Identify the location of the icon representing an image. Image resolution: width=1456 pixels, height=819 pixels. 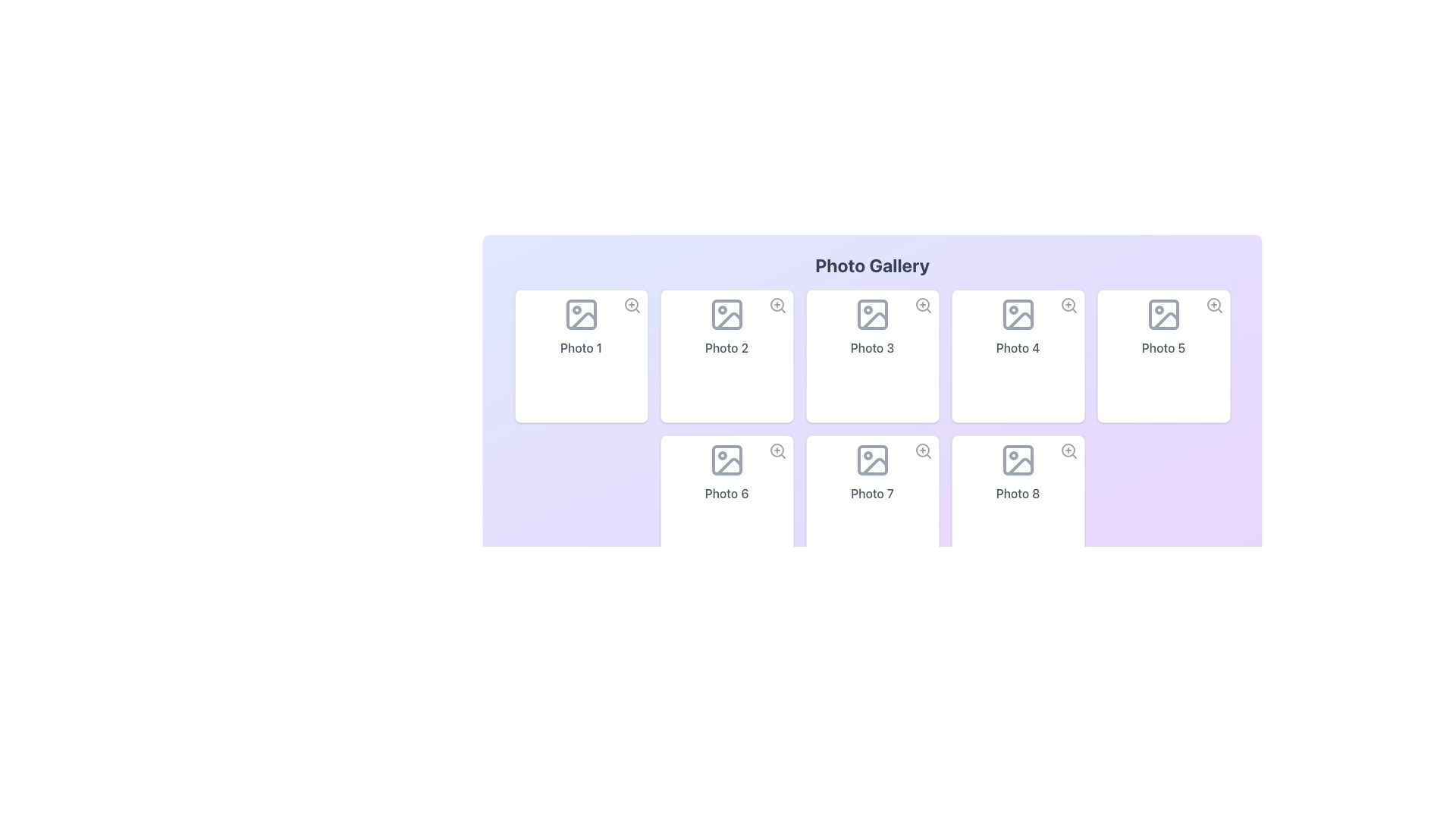
(872, 459).